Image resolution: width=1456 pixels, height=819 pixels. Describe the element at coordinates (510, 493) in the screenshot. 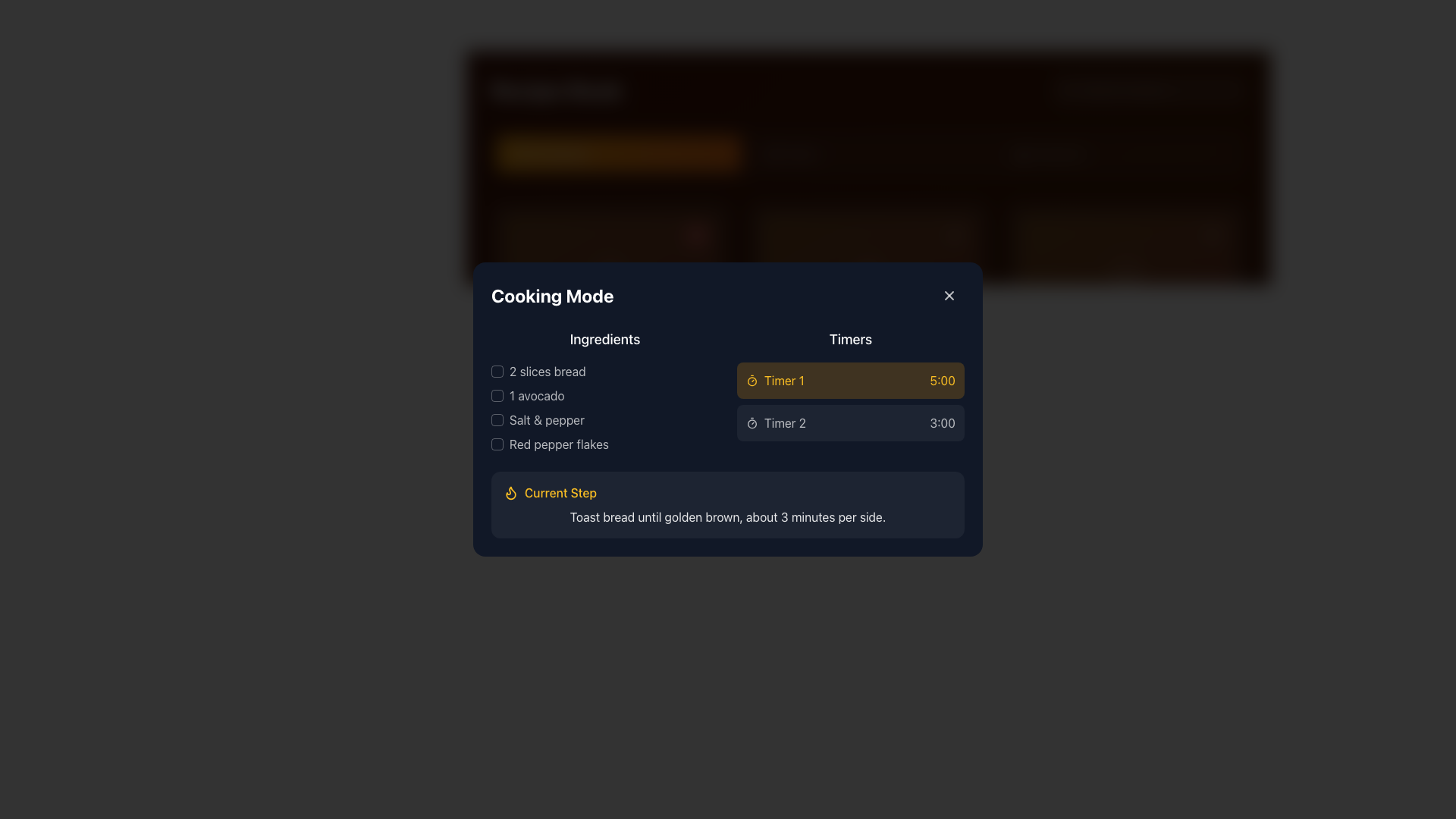

I see `the icon located in the 'Current Step' section of the 'Cooking Mode' modal` at that location.